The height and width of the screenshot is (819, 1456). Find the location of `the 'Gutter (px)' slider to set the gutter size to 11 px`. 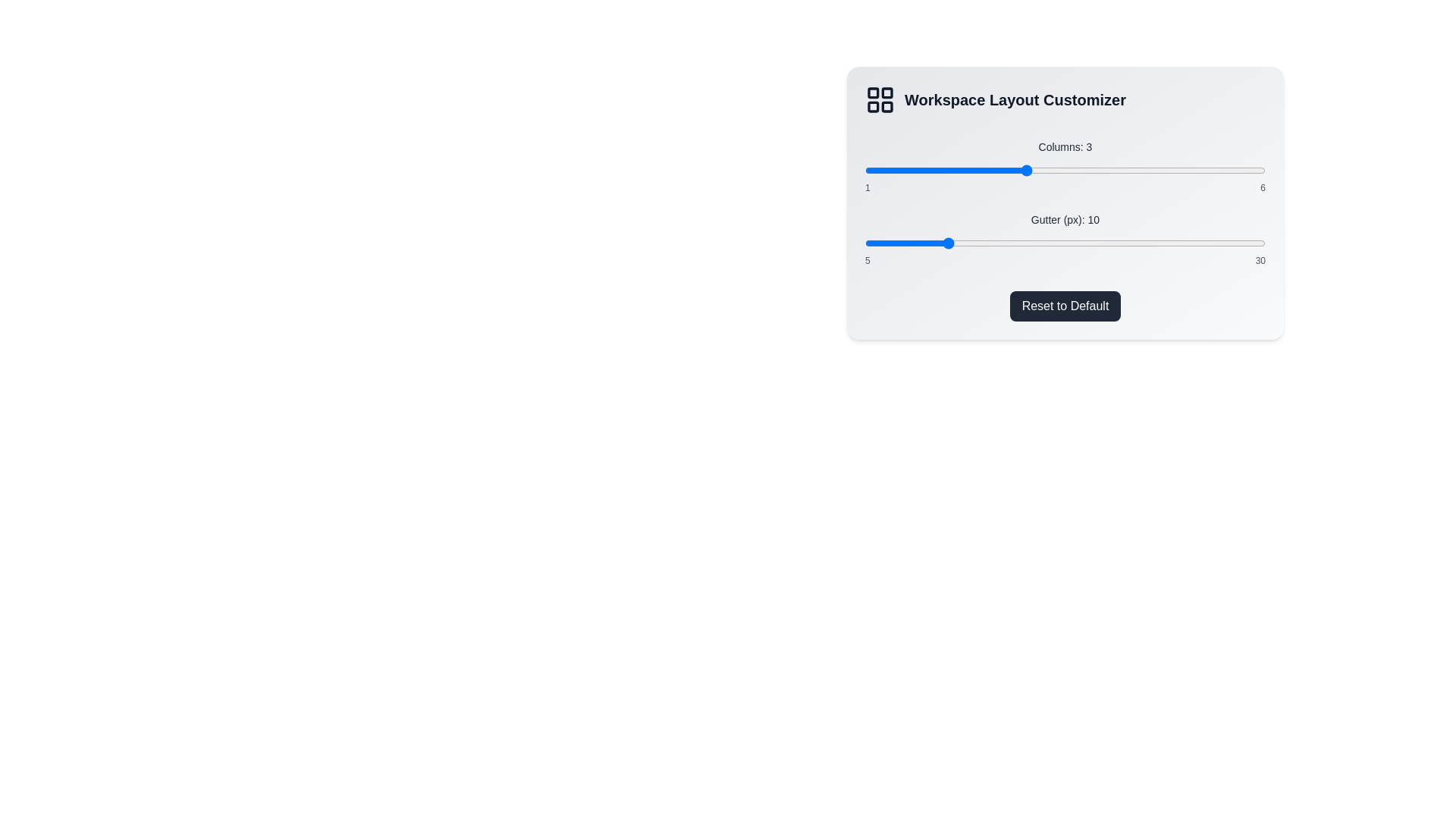

the 'Gutter (px)' slider to set the gutter size to 11 px is located at coordinates (960, 242).